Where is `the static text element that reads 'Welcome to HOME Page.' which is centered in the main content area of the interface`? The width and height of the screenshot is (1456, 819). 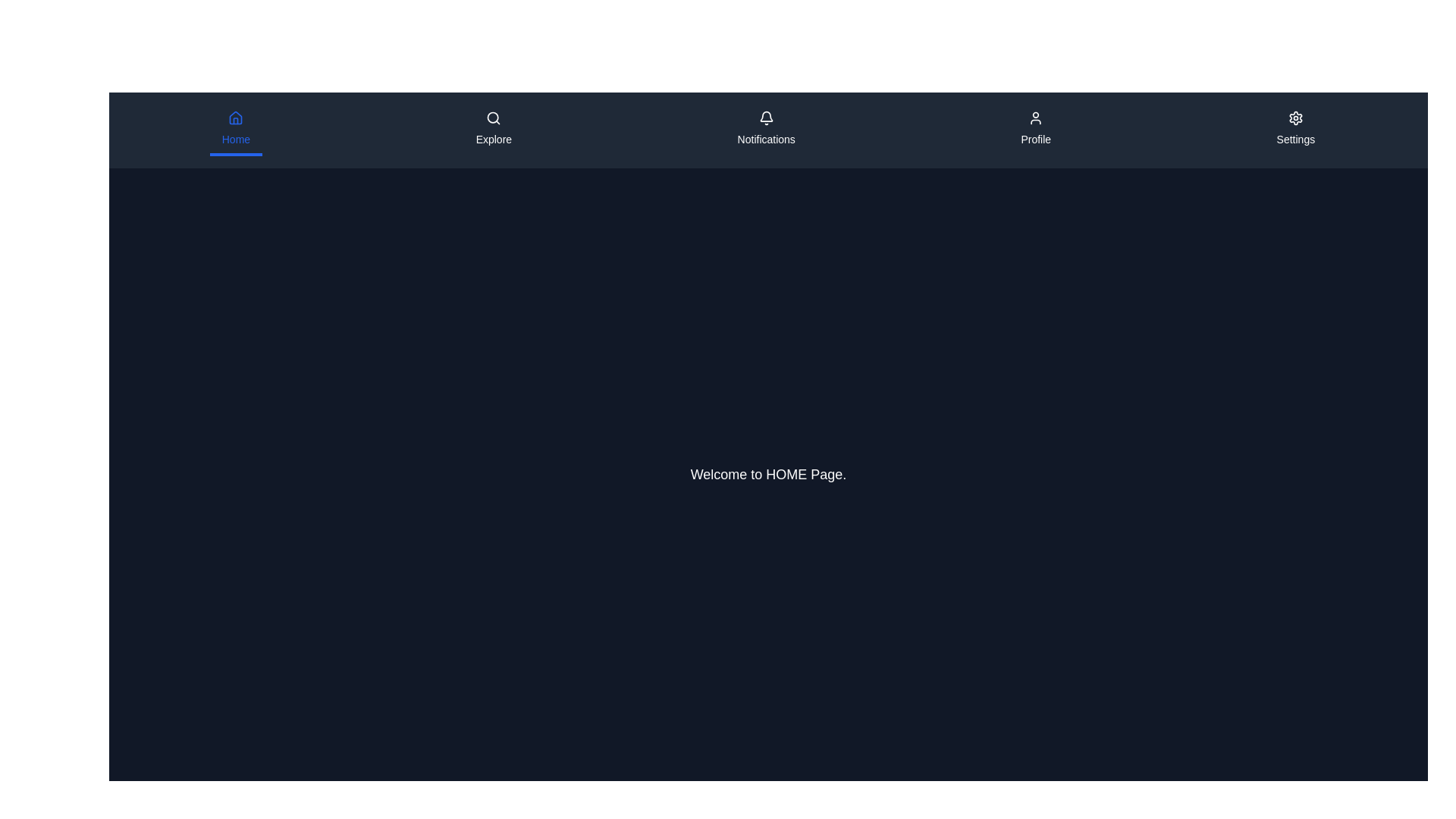 the static text element that reads 'Welcome to HOME Page.' which is centered in the main content area of the interface is located at coordinates (768, 473).